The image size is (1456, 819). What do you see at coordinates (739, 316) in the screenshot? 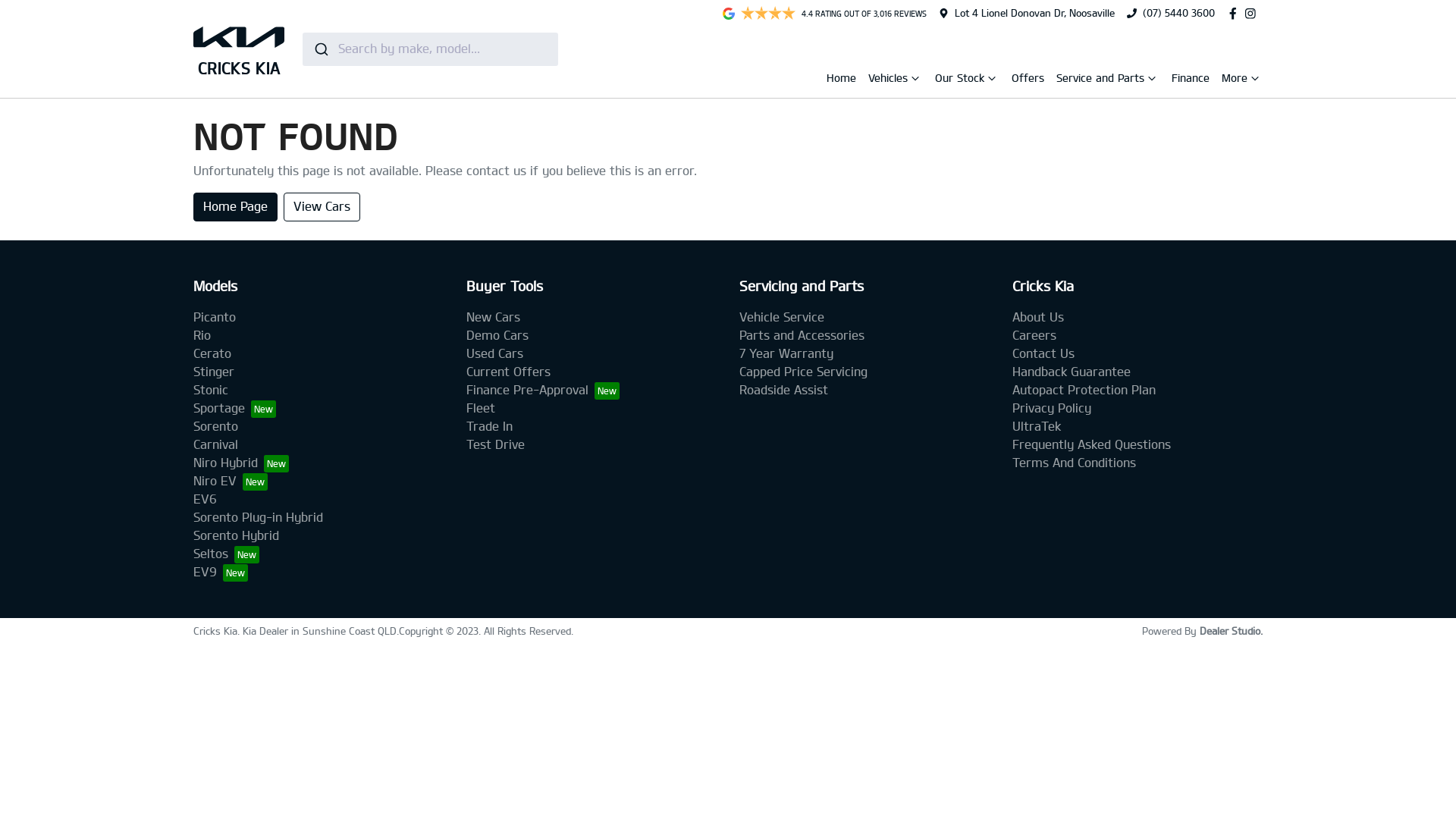
I see `'Vehicle Service'` at bounding box center [739, 316].